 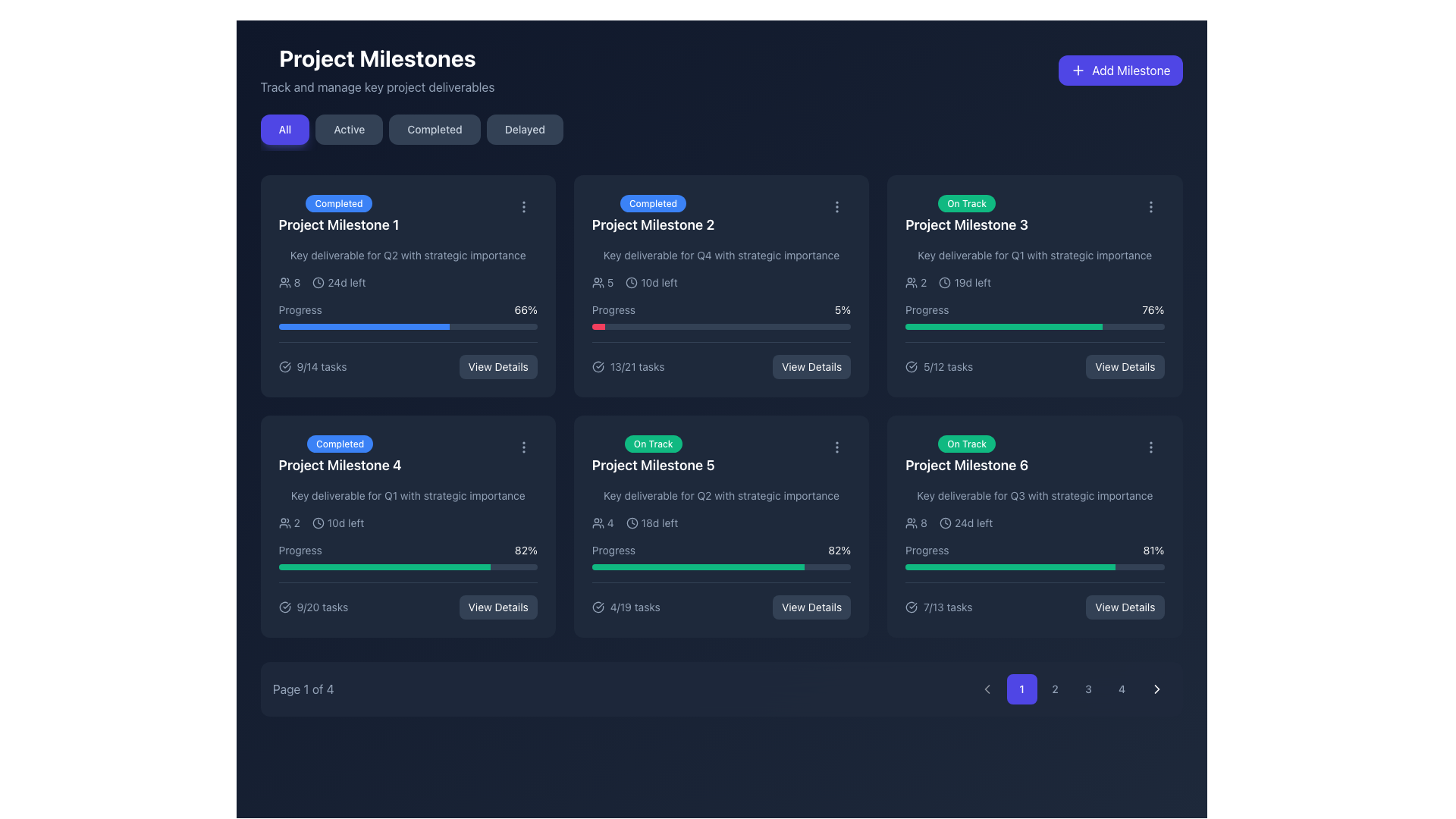 I want to click on the progress bar with textual indicators located within the 'Project Milestone 1' card, positioned below the '24d left' text and above the '9/14 tasks' section, so click(x=408, y=315).